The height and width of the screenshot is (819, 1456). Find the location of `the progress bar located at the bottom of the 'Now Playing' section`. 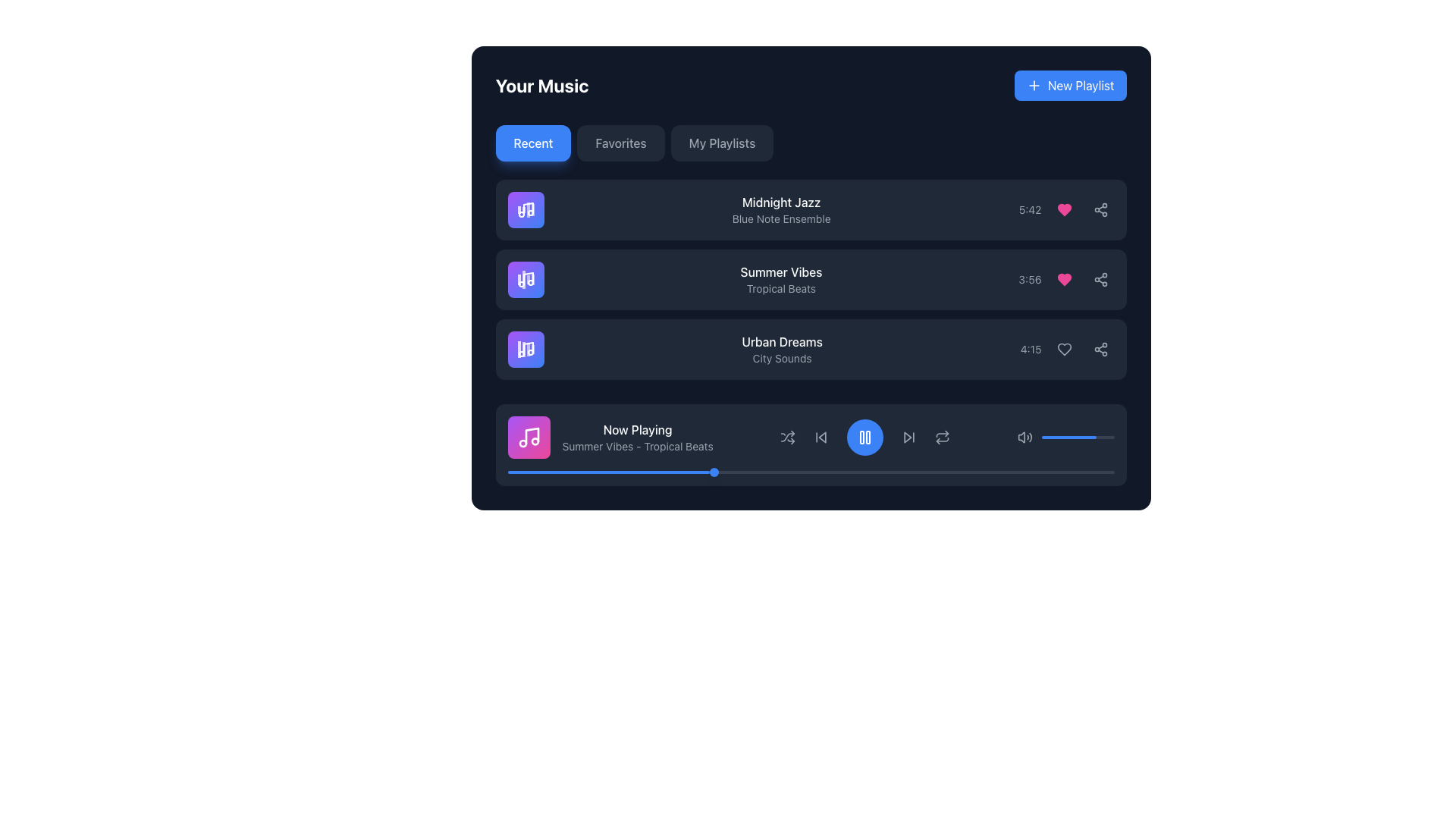

the progress bar located at the bottom of the 'Now Playing' section is located at coordinates (810, 472).